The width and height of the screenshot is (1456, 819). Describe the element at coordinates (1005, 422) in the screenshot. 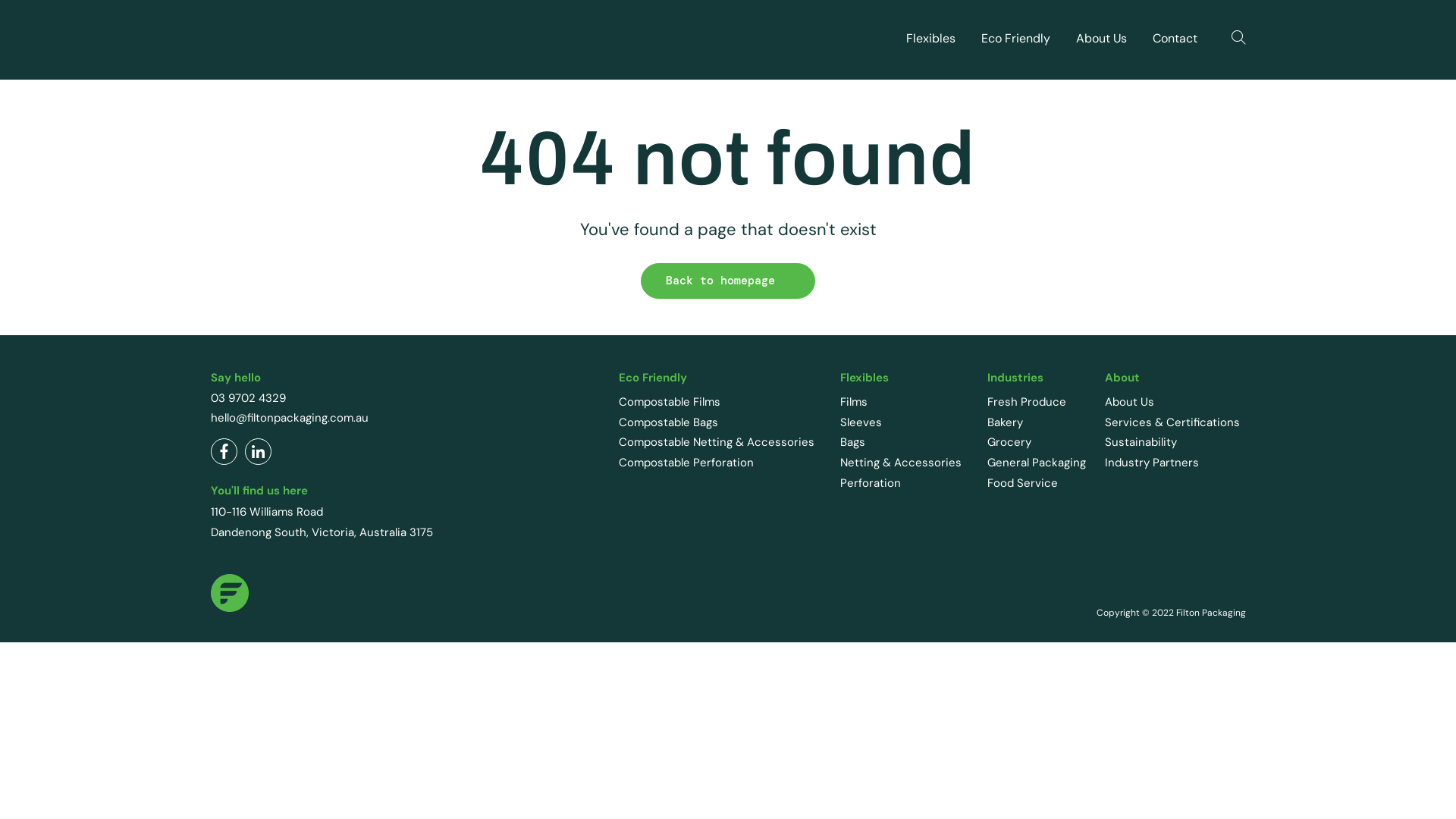

I see `'Bakery'` at that location.